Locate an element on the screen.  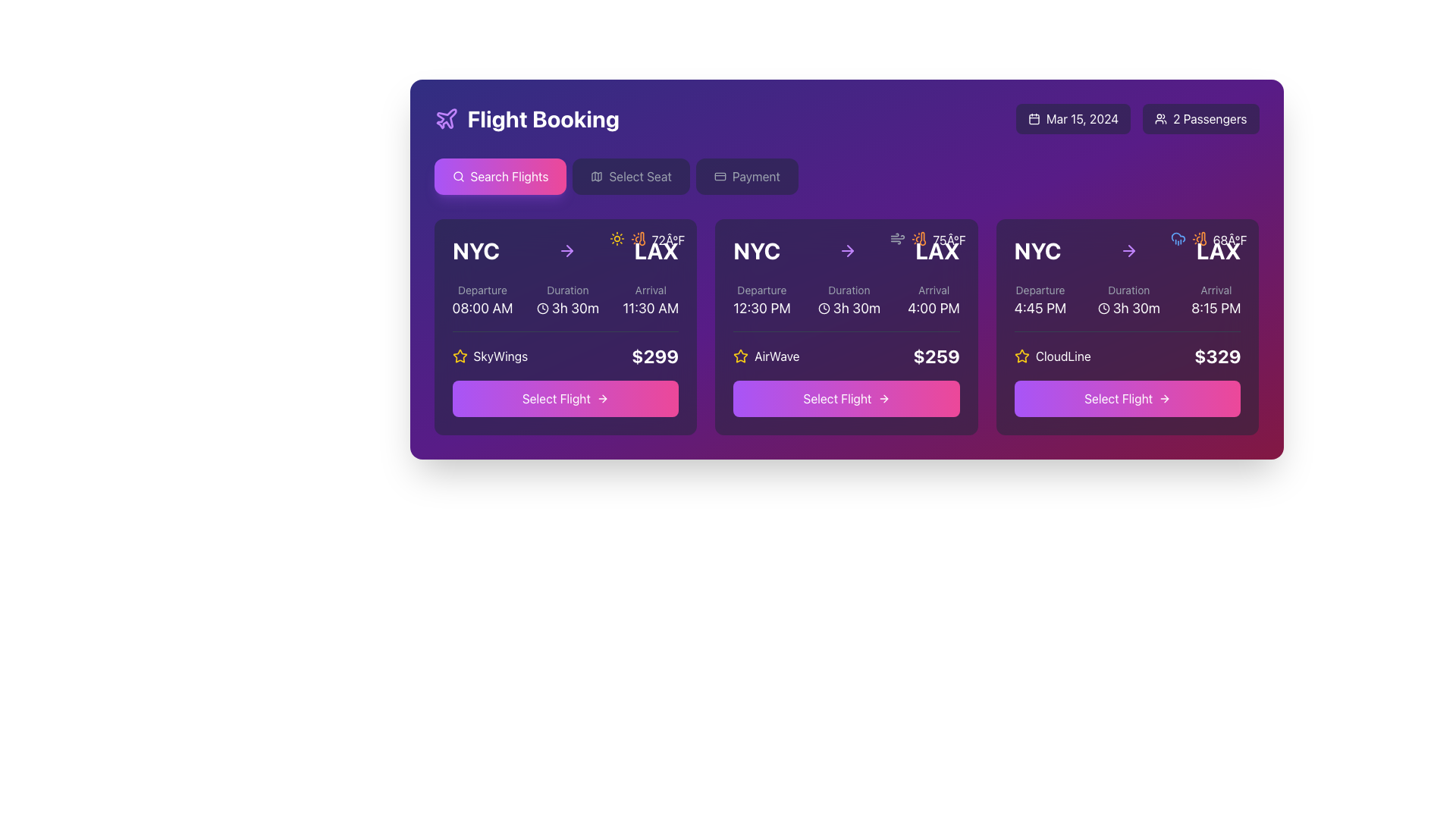
the weather icons (a rain cloud and a sun with a thermometer) displayed next to the temperature indicator '68°F' in the top right corner of the flight card for the NYC to LAX flight is located at coordinates (1207, 239).